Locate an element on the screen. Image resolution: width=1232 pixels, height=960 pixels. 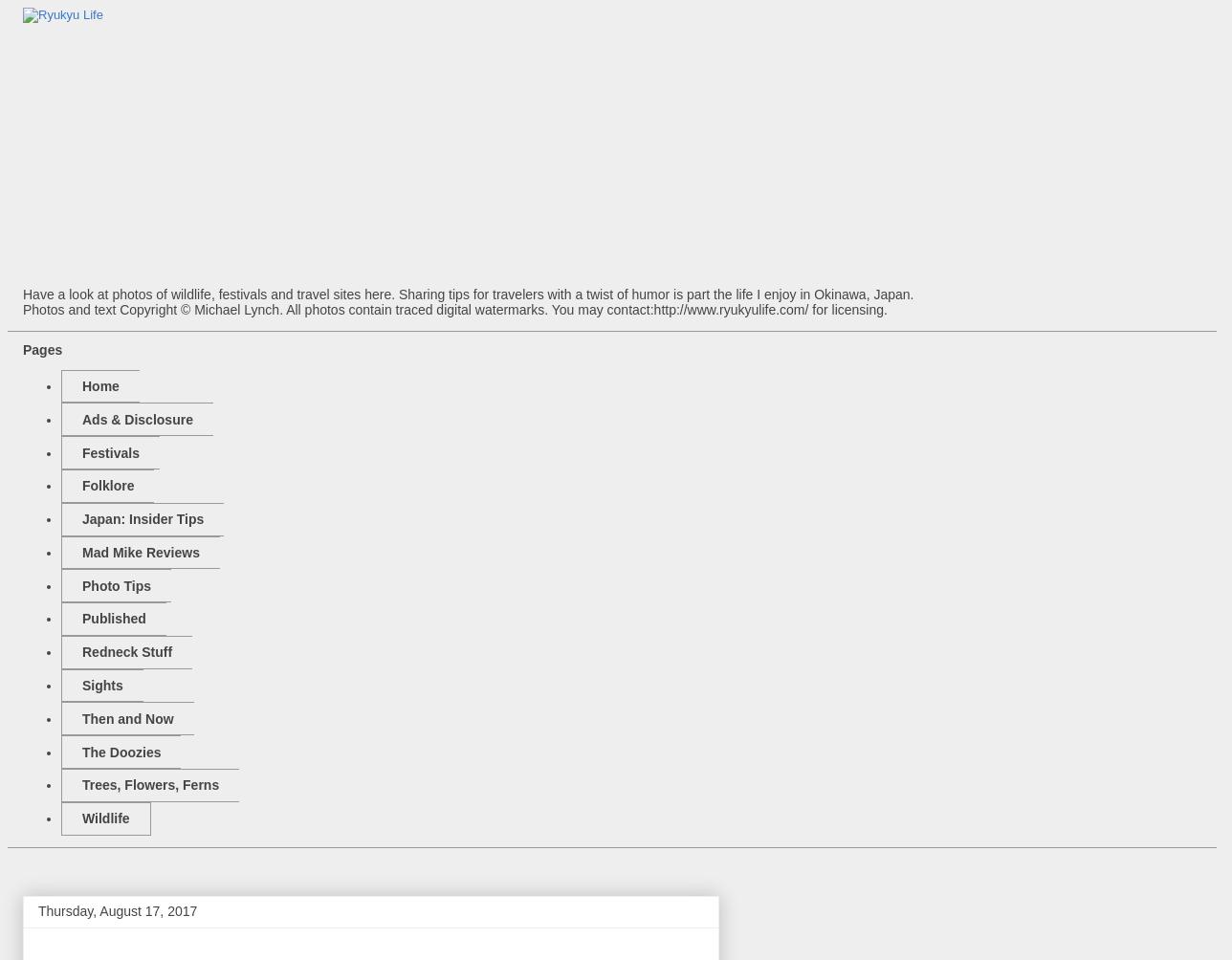
'Then and Now' is located at coordinates (127, 716).